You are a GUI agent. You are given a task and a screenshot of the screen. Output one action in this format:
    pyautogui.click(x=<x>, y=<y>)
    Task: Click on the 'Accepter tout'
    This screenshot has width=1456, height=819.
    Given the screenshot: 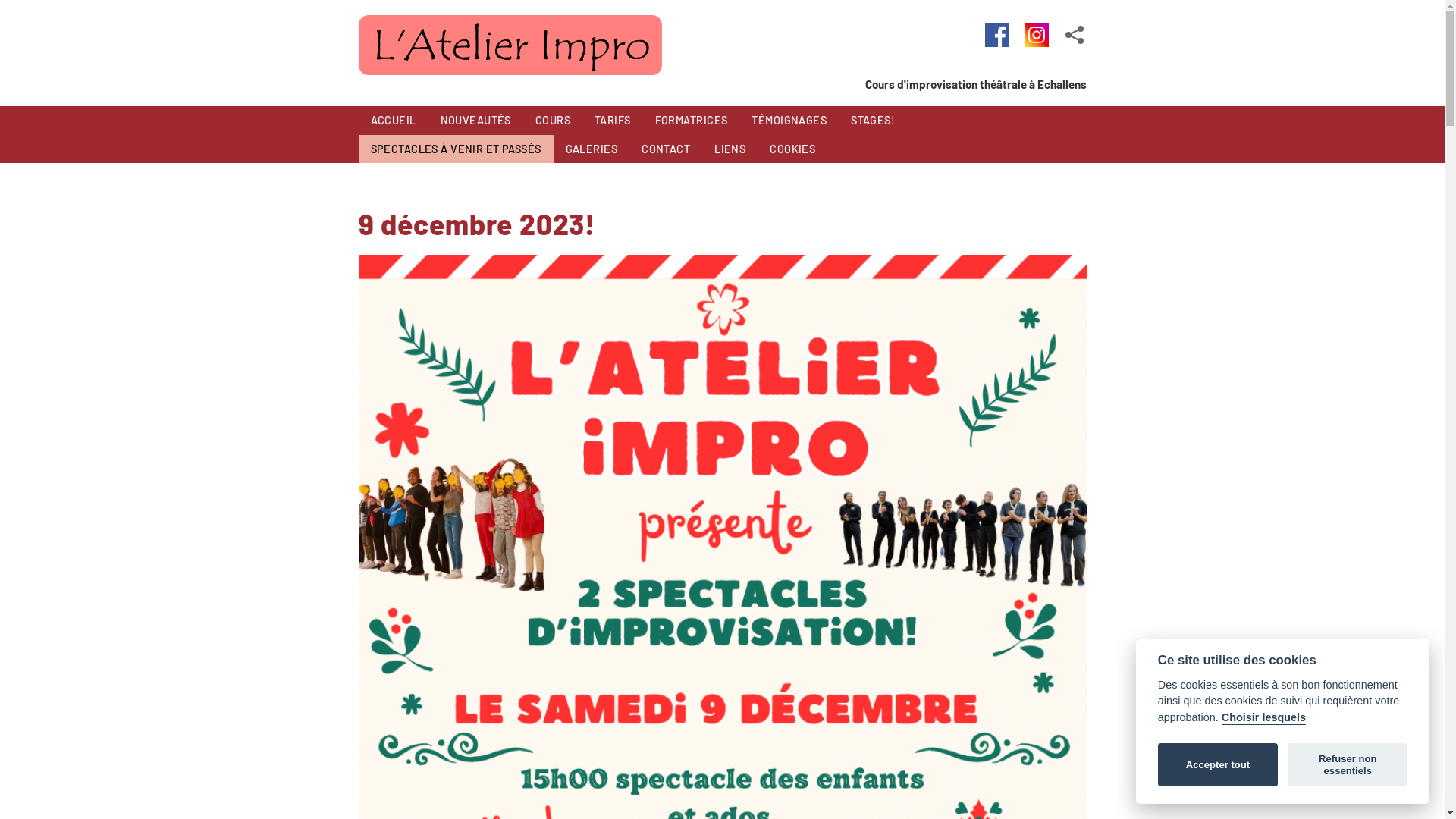 What is the action you would take?
    pyautogui.click(x=1156, y=765)
    